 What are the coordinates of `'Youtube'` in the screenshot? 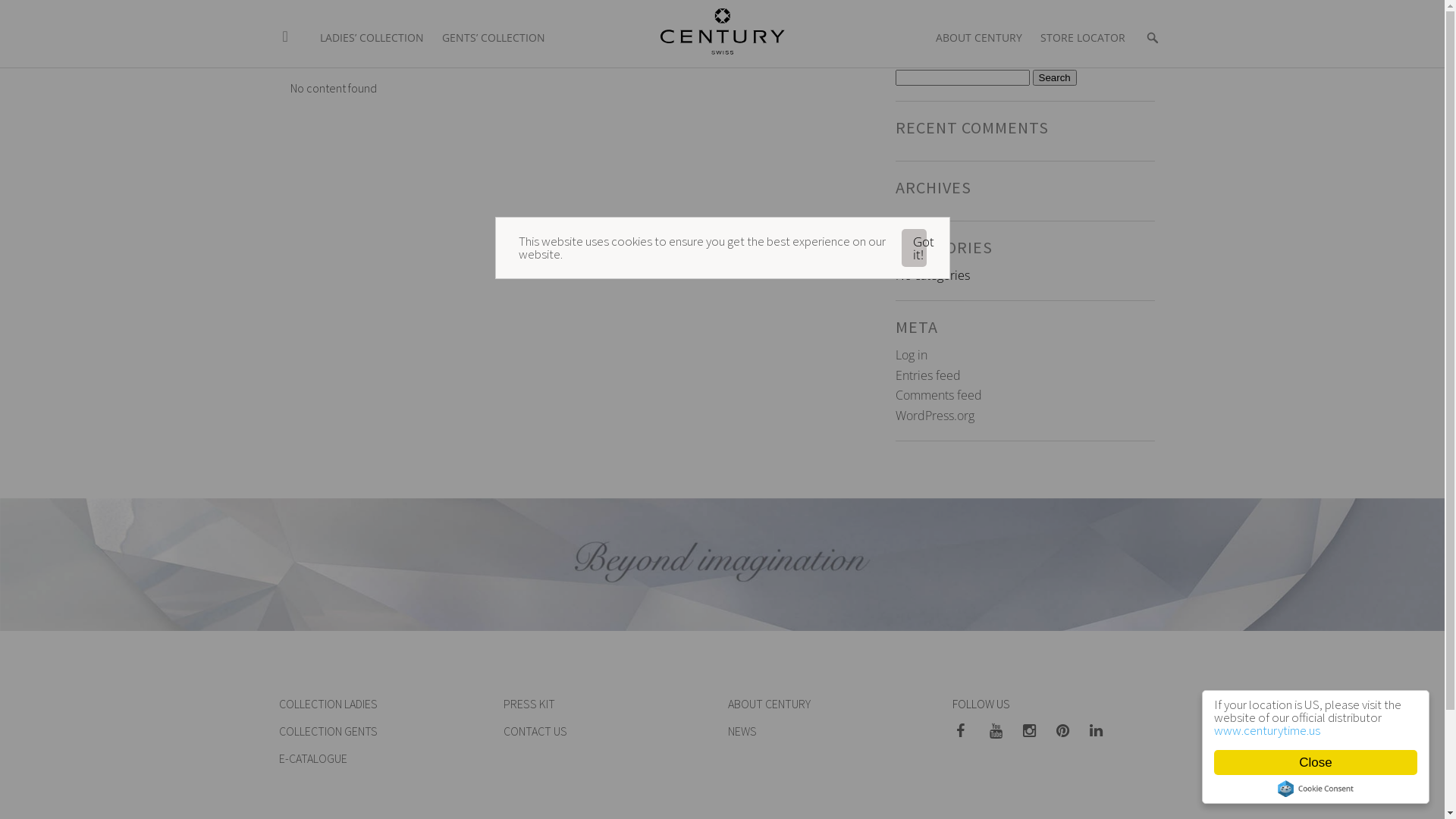 It's located at (1001, 730).